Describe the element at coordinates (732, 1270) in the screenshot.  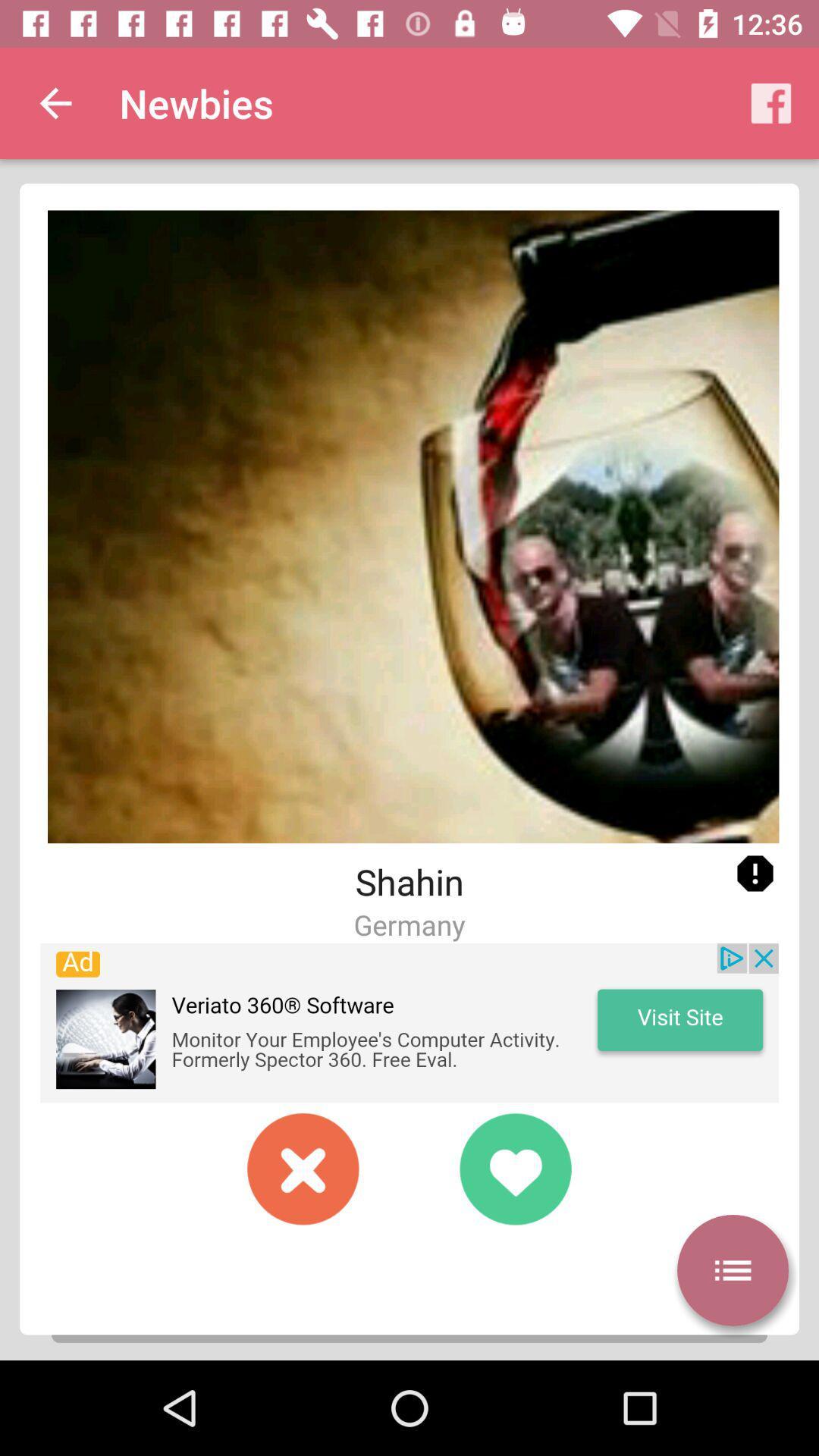
I see `menu` at that location.